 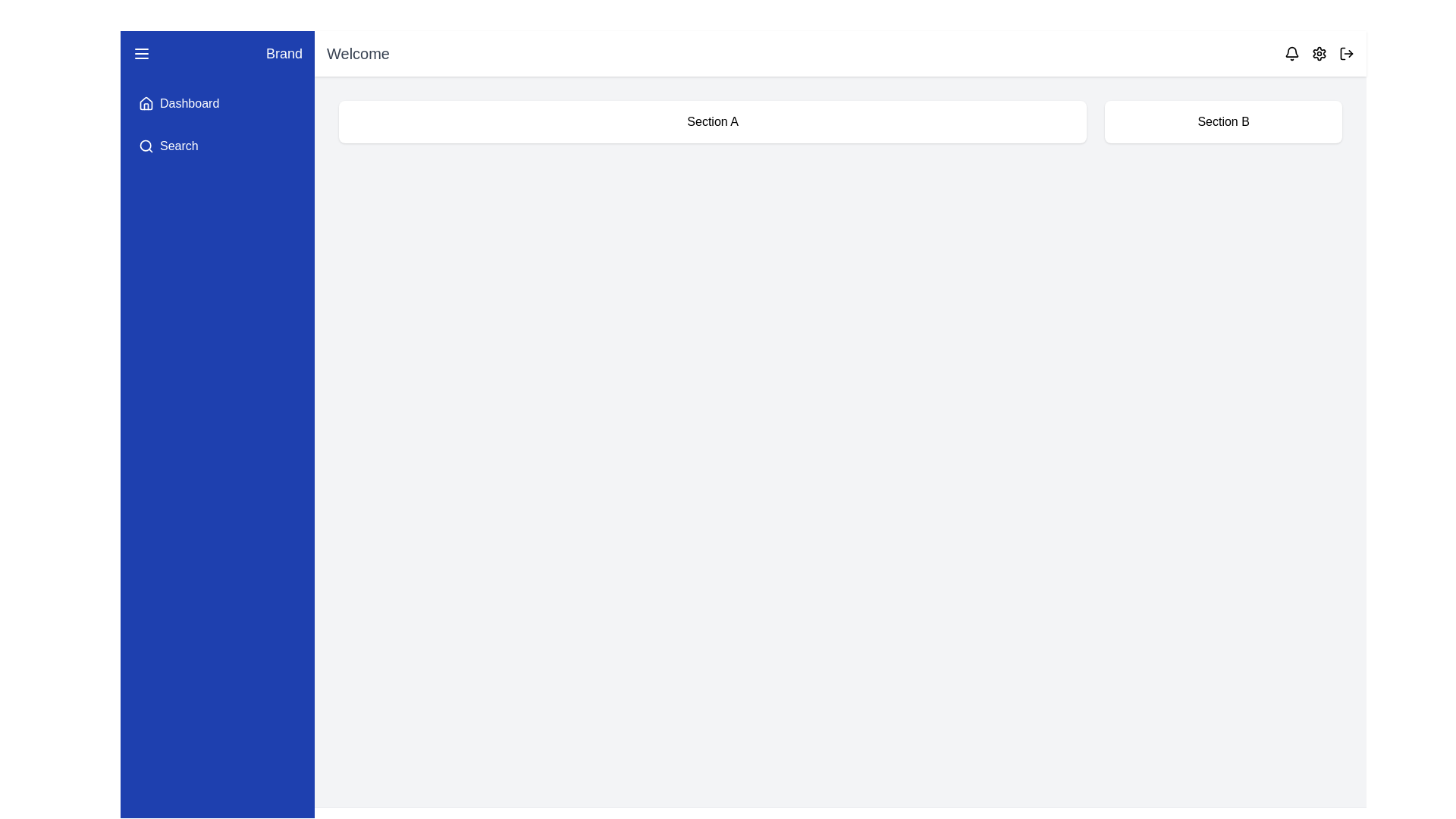 I want to click on the 'Dashboard' button in the left sidebar, so click(x=217, y=103).